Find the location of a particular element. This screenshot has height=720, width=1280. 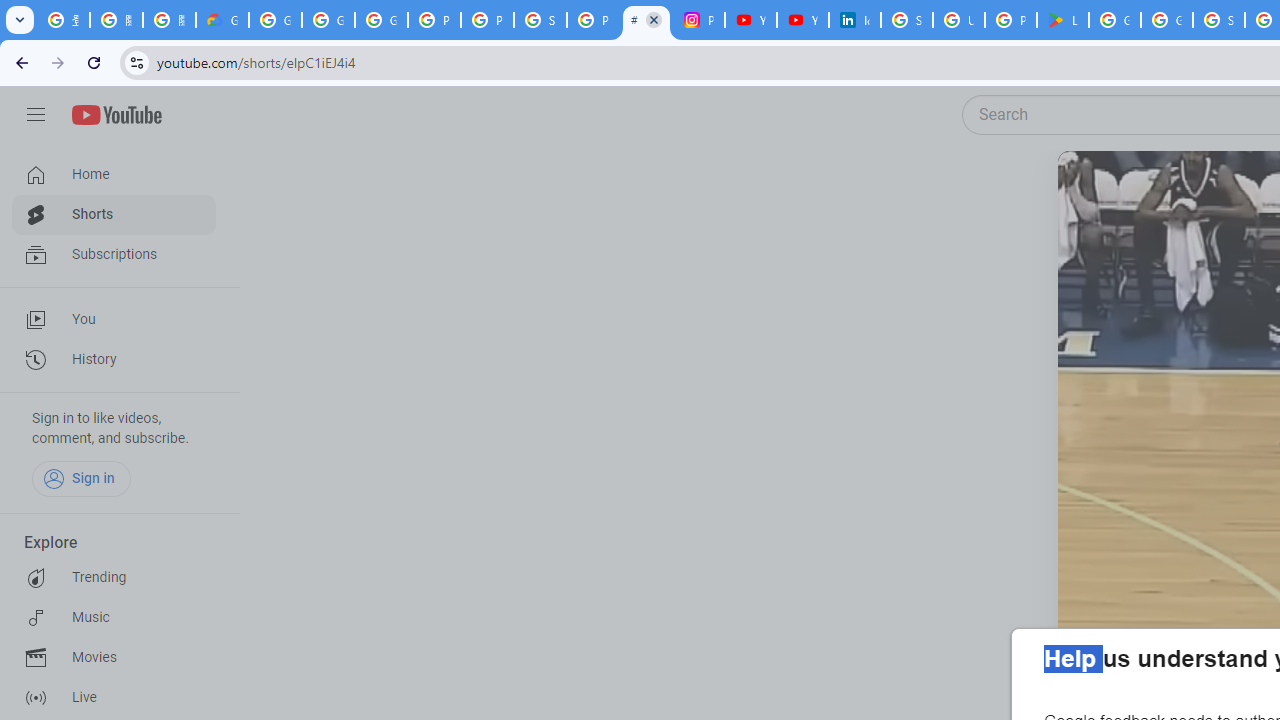

'Music' is located at coordinates (112, 617).